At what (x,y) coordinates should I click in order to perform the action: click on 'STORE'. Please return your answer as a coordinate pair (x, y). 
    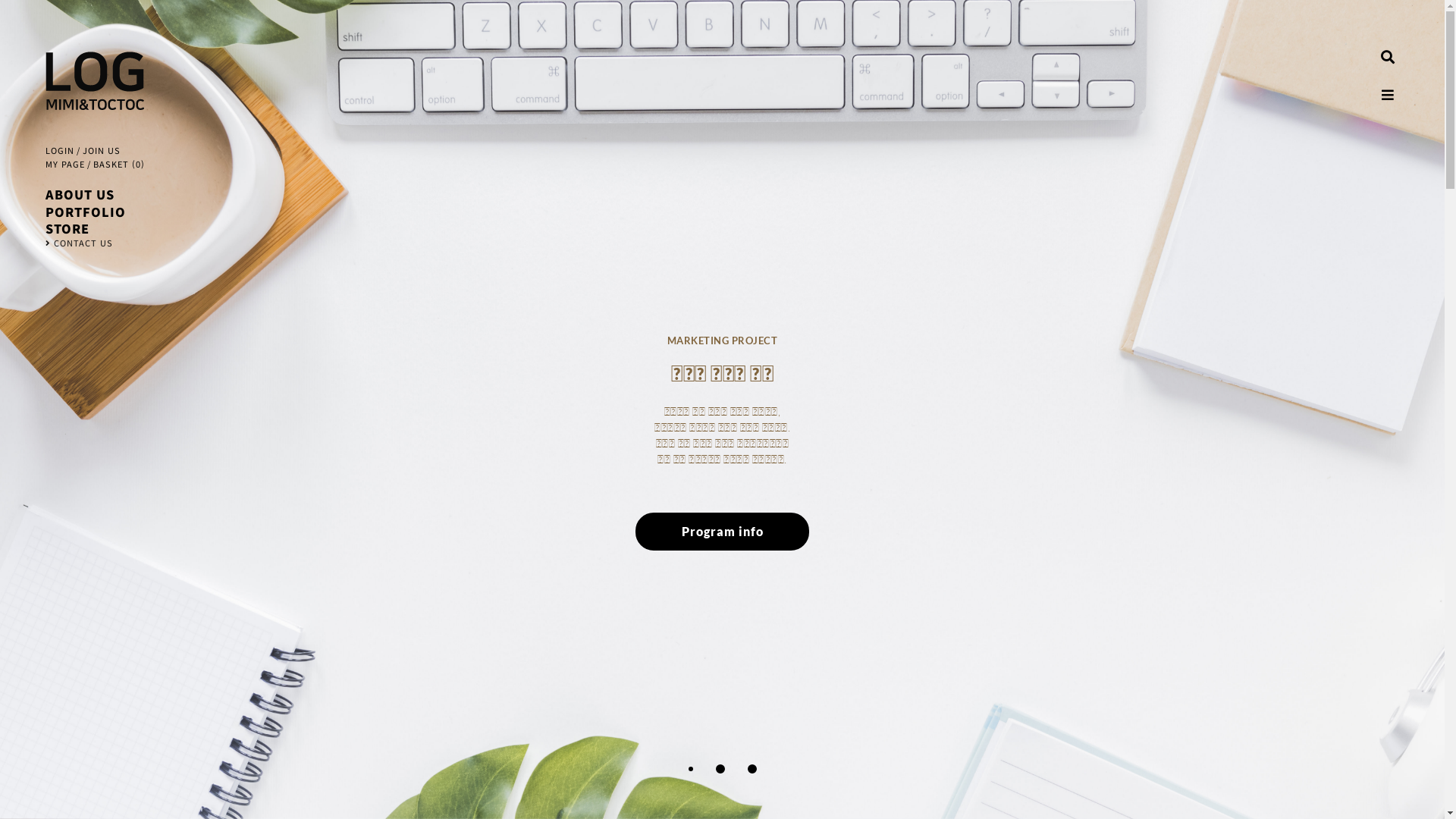
    Looking at the image, I should click on (45, 227).